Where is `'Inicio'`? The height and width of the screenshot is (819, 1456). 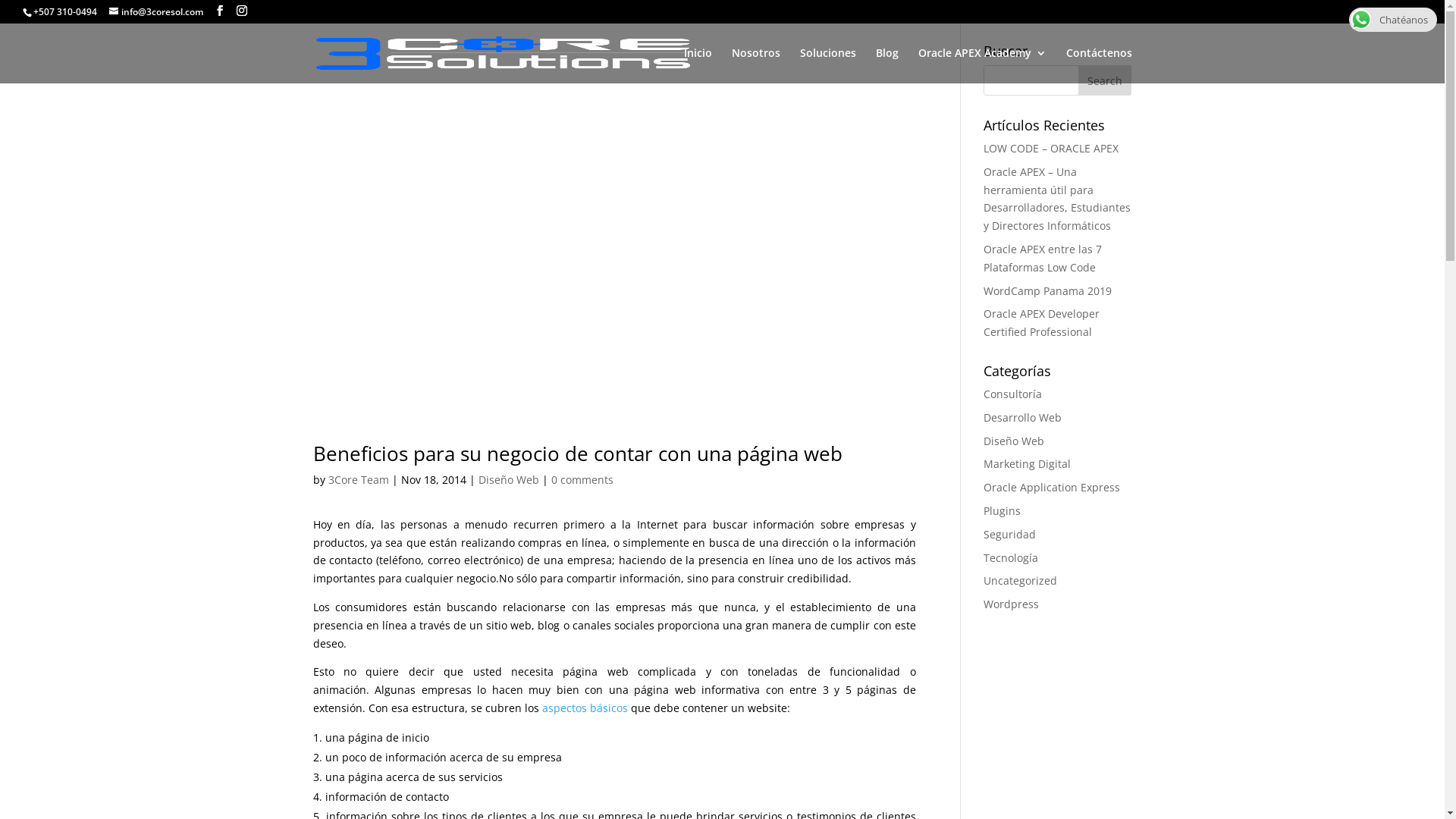
'Inicio' is located at coordinates (697, 64).